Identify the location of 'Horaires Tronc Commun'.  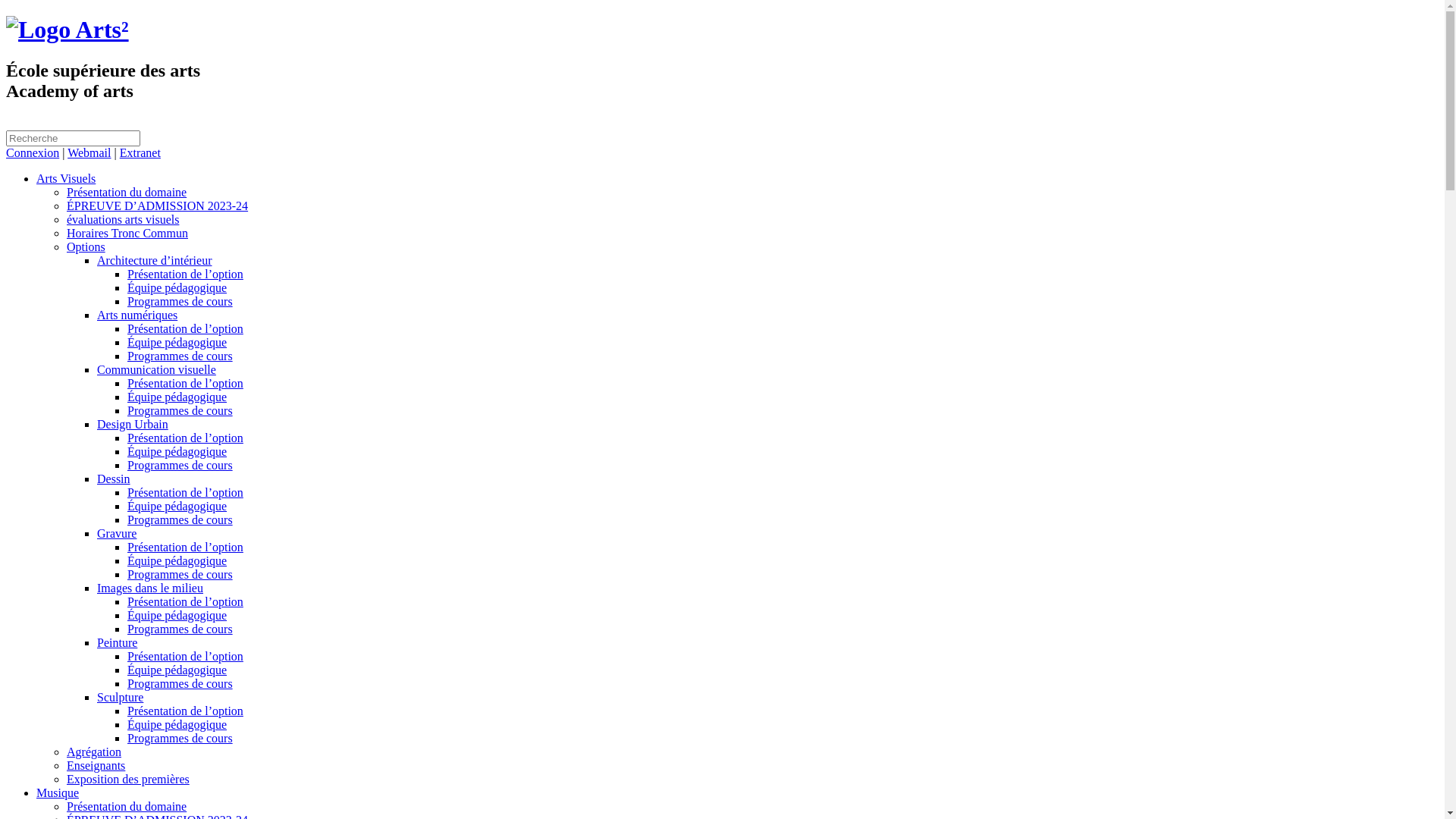
(127, 233).